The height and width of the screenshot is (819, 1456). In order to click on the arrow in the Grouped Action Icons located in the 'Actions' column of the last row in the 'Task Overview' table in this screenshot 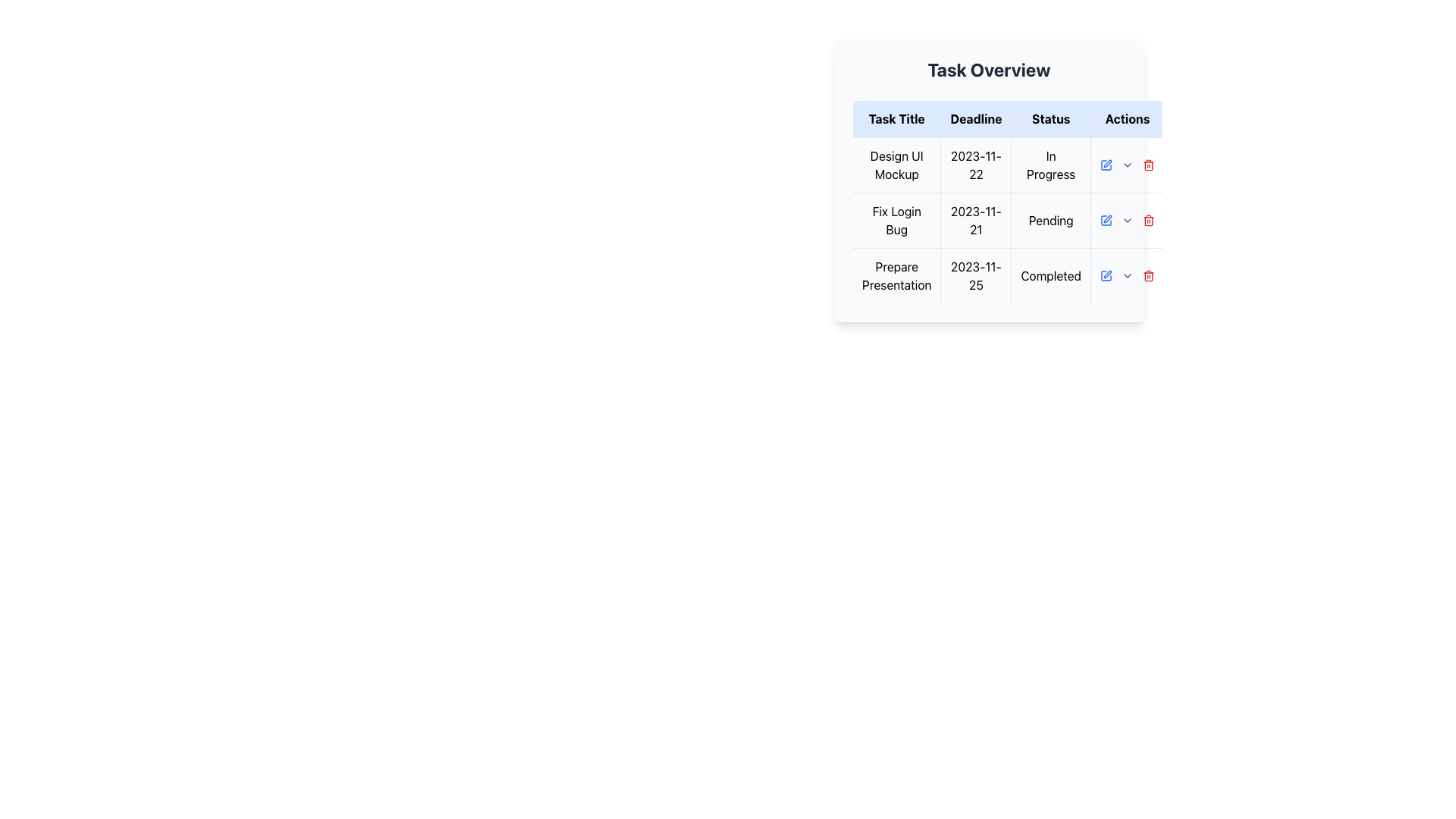, I will do `click(1128, 275)`.